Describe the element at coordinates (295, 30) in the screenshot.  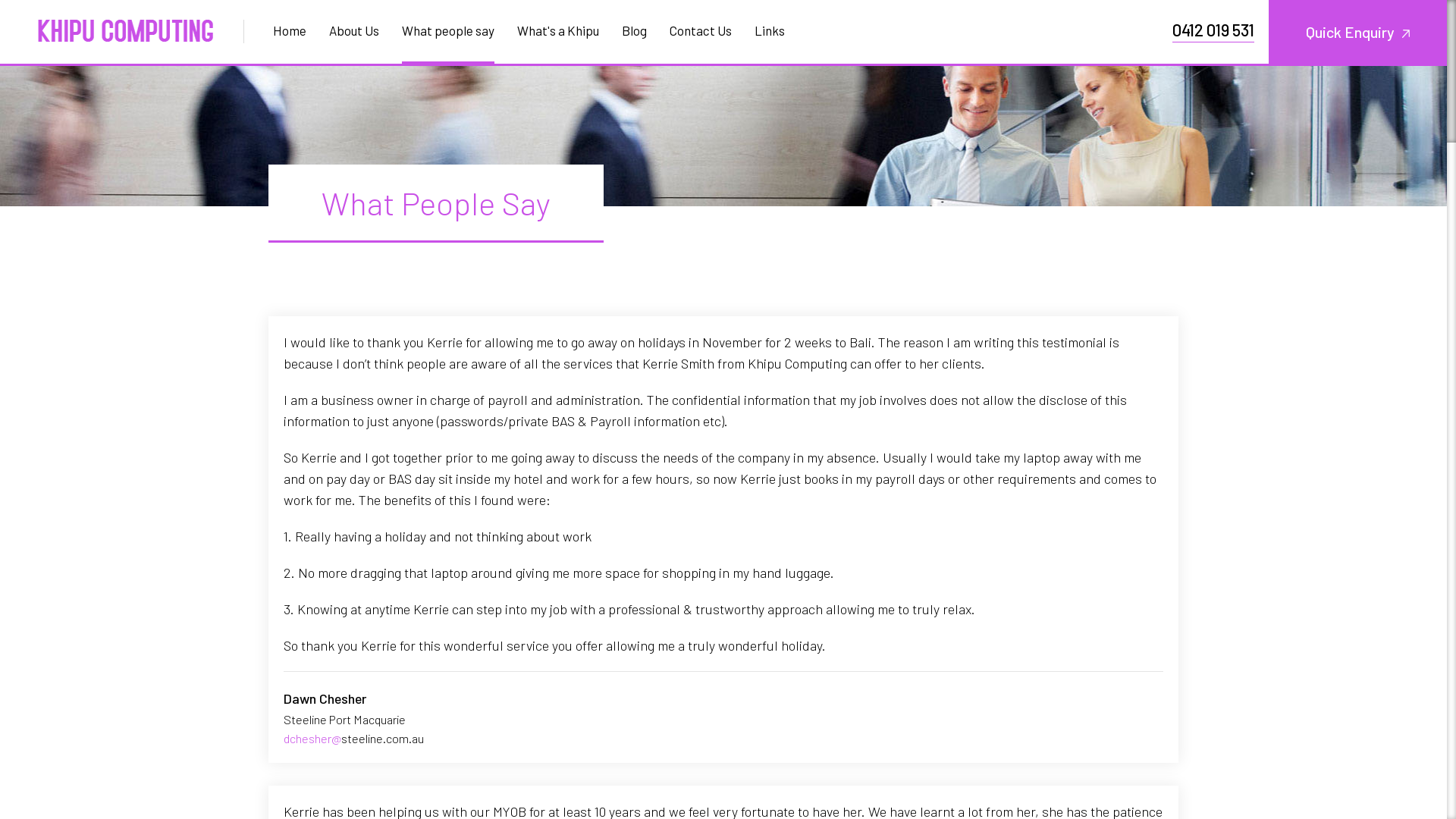
I see `'Home'` at that location.